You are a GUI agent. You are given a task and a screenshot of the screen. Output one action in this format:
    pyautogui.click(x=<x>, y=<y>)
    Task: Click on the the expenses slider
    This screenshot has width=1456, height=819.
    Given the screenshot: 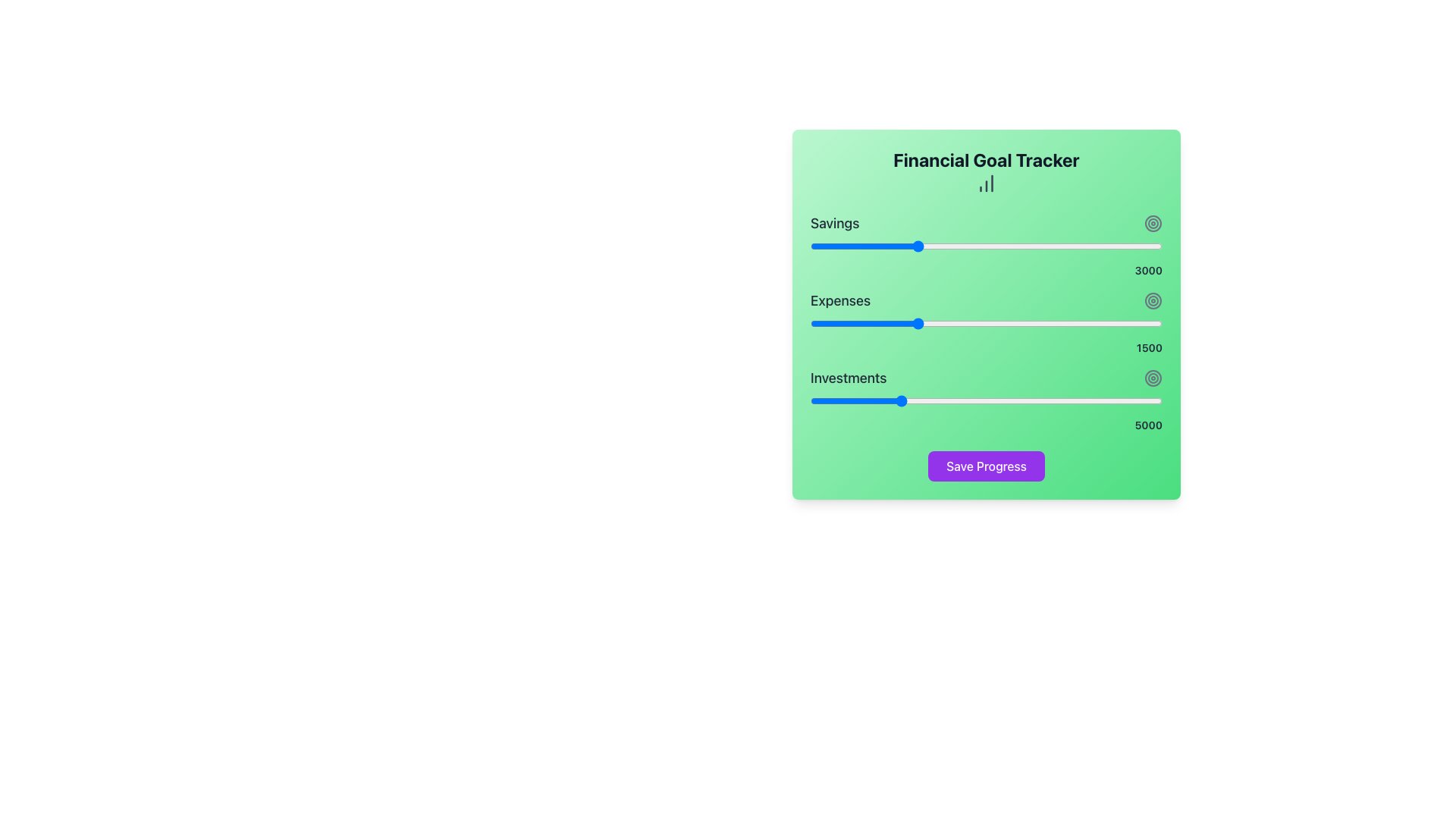 What is the action you would take?
    pyautogui.click(x=1026, y=323)
    